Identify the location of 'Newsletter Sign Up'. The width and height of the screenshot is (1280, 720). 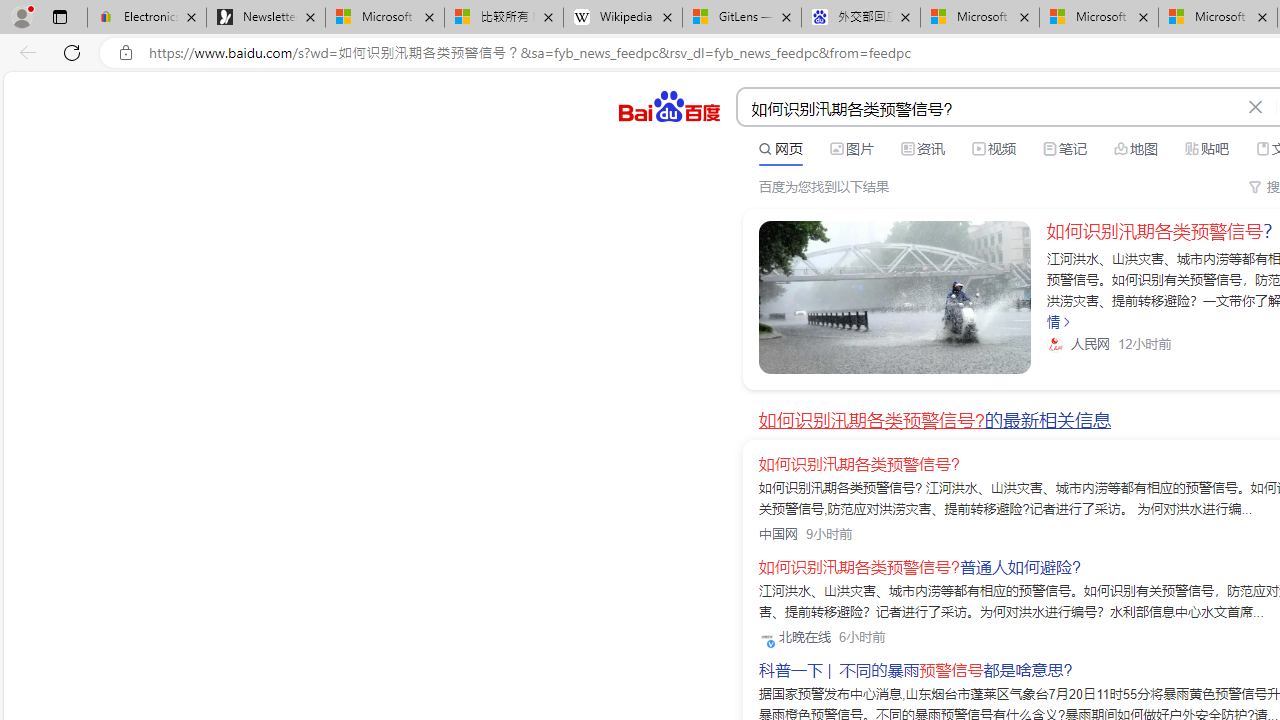
(265, 17).